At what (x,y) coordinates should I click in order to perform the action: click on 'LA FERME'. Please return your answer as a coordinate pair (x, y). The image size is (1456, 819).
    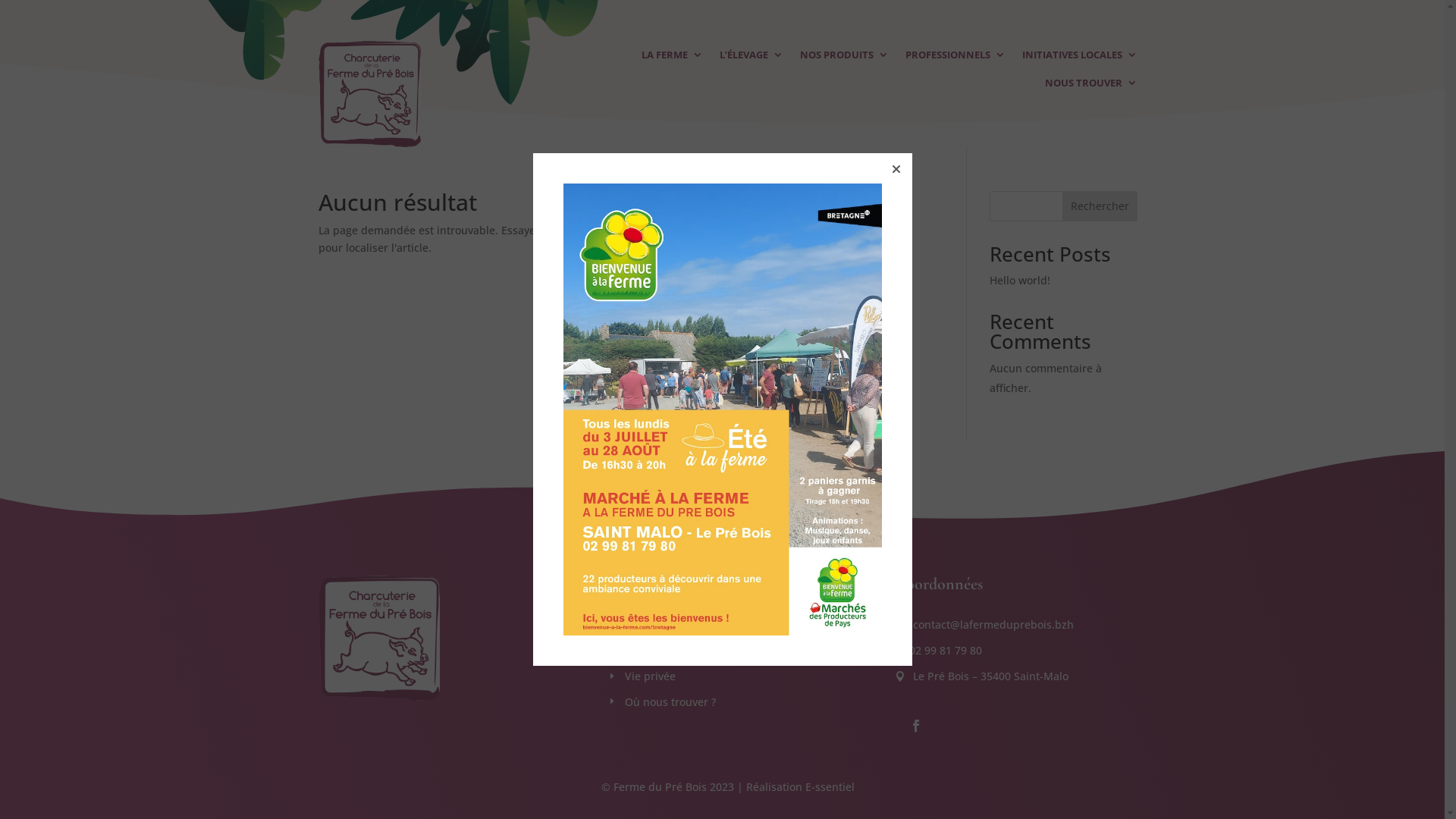
    Looking at the image, I should click on (671, 57).